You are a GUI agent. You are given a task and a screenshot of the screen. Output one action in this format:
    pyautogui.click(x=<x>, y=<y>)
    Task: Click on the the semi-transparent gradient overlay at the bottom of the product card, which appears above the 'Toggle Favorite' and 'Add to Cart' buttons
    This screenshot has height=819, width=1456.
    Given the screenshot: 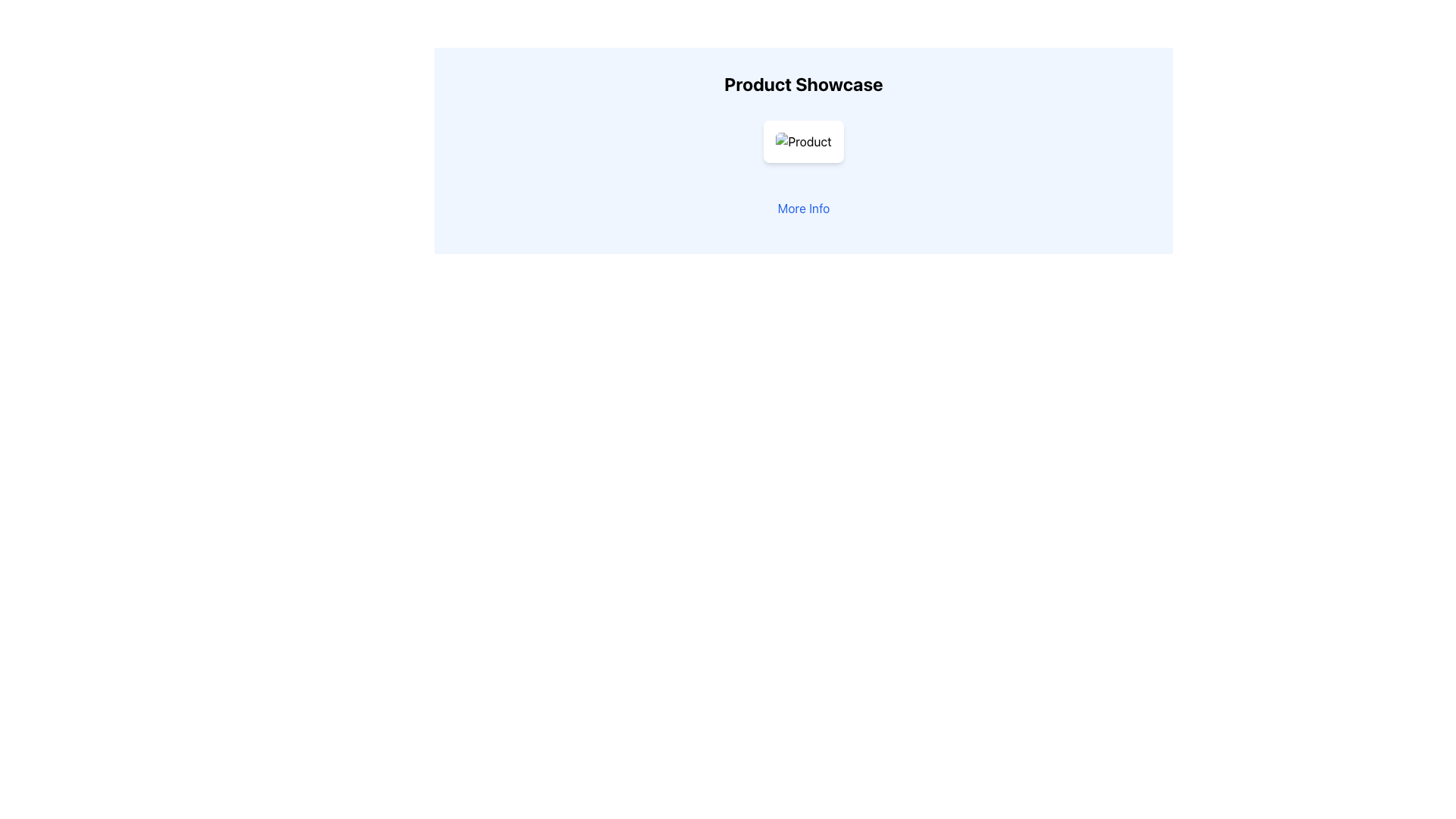 What is the action you would take?
    pyautogui.click(x=803, y=137)
    